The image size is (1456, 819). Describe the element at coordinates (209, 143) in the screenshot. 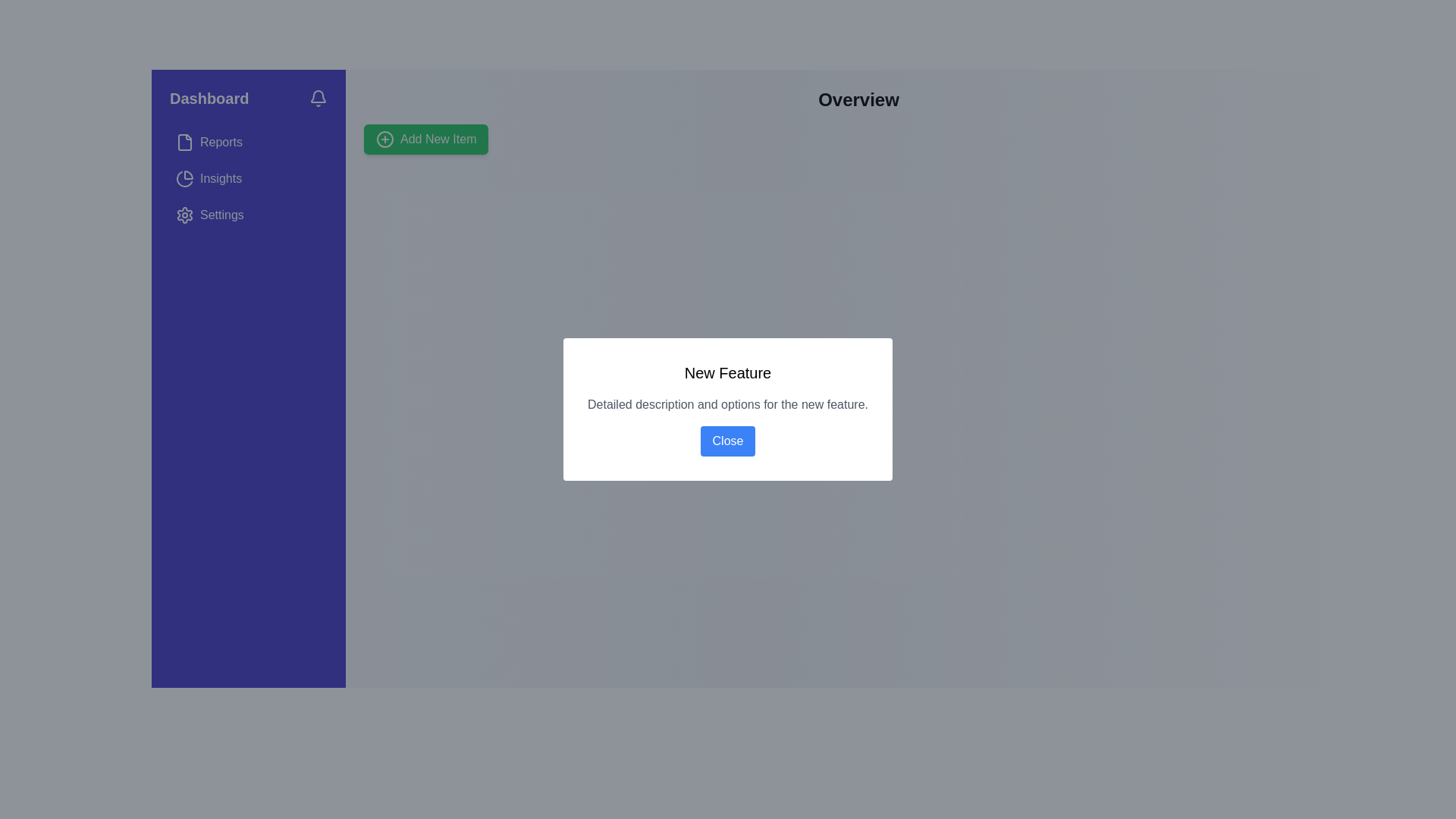

I see `the first item in the vertical navigation menu on the left` at that location.